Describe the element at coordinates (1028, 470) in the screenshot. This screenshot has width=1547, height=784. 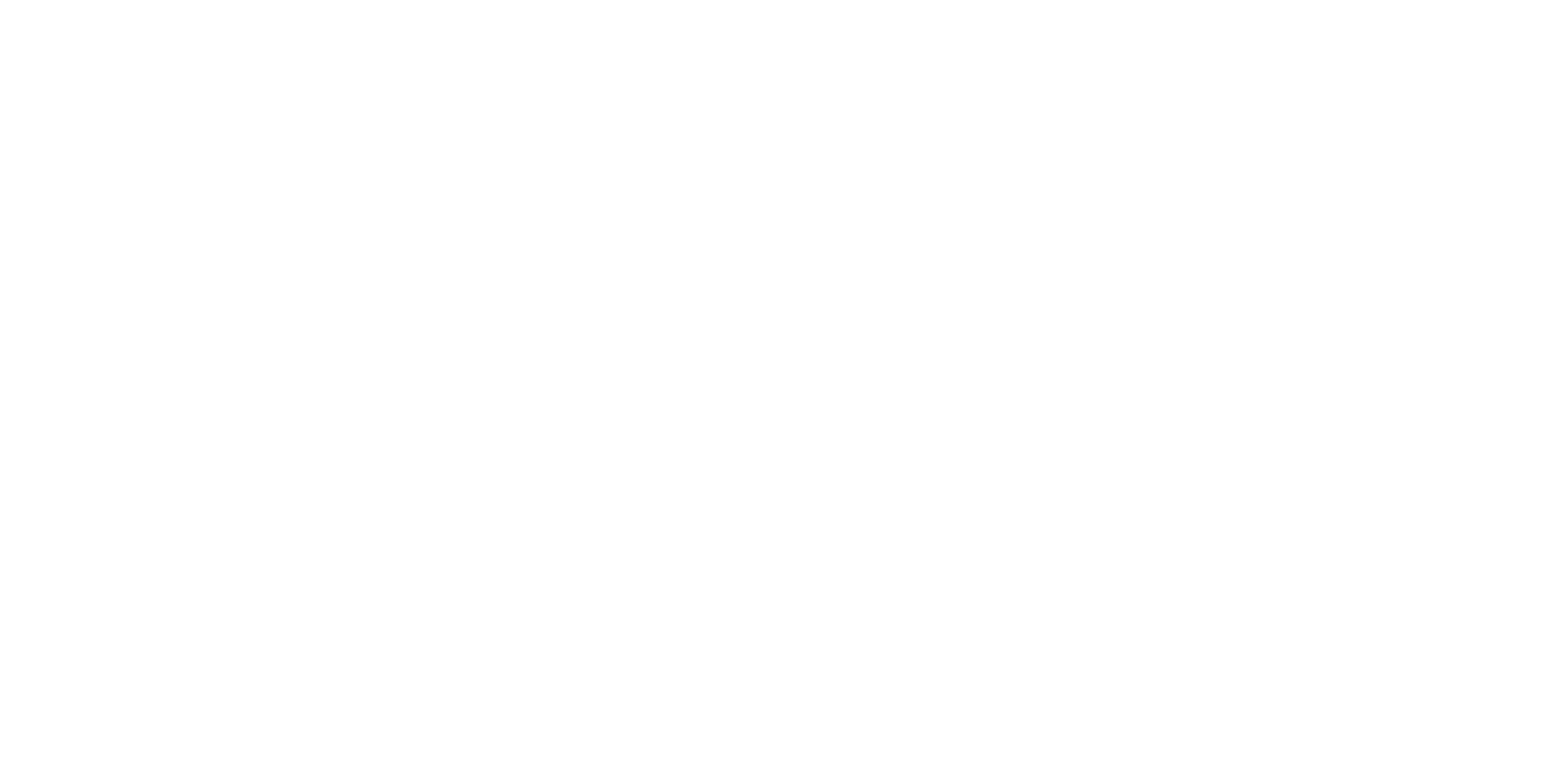
I see `'Buying Groups'` at that location.